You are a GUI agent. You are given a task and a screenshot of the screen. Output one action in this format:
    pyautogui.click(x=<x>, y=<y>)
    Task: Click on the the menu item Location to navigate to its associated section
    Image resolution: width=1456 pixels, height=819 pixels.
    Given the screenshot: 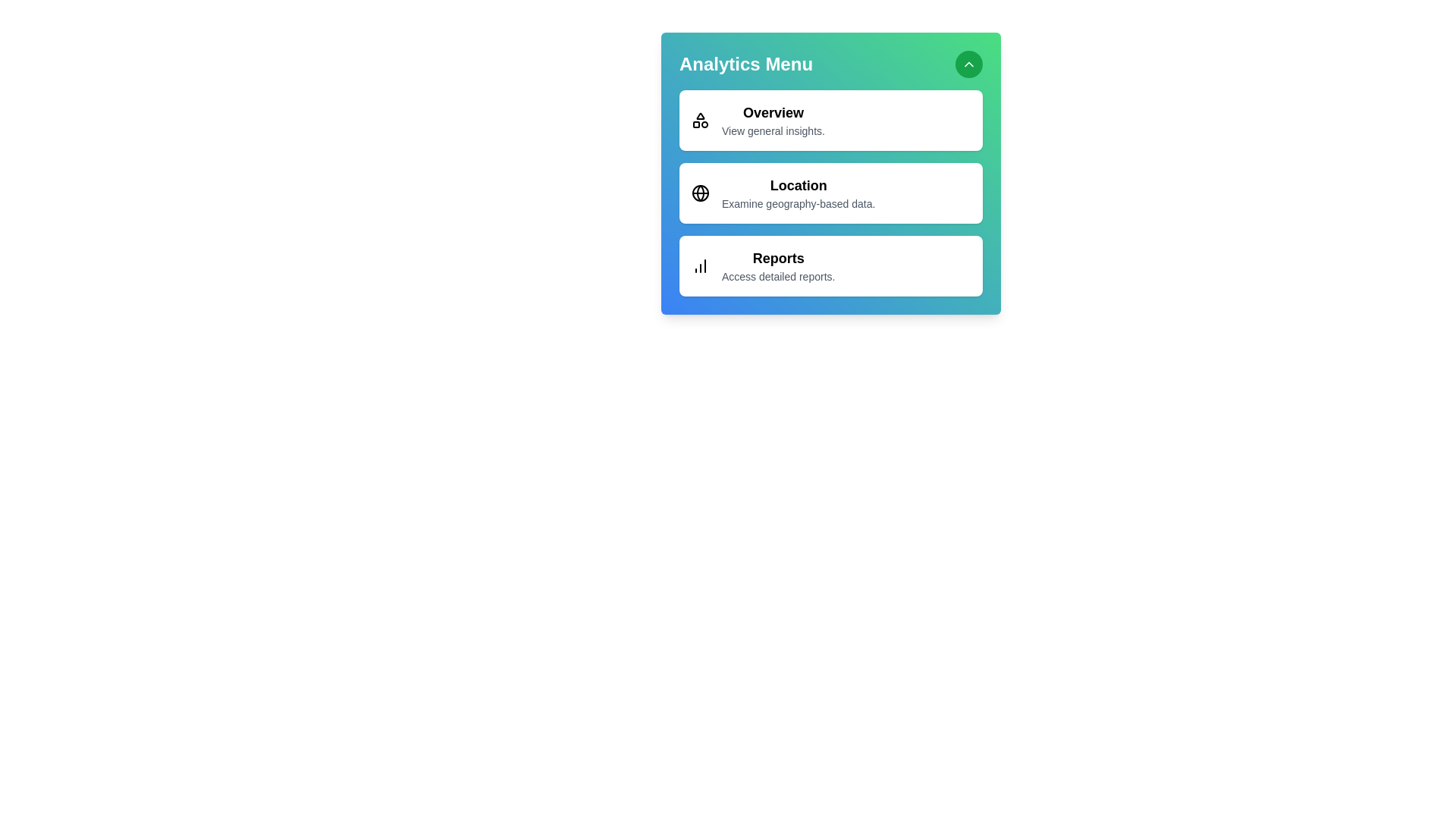 What is the action you would take?
    pyautogui.click(x=830, y=192)
    